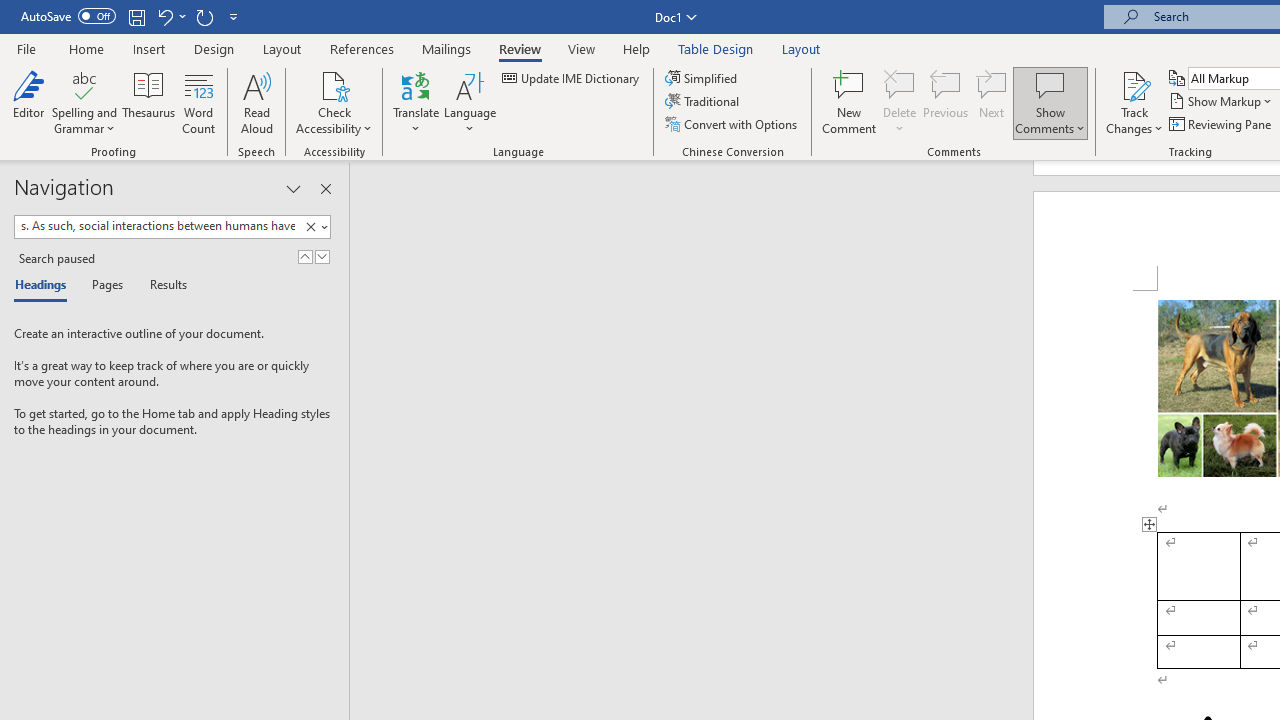 The height and width of the screenshot is (720, 1280). I want to click on 'Insert', so click(148, 48).